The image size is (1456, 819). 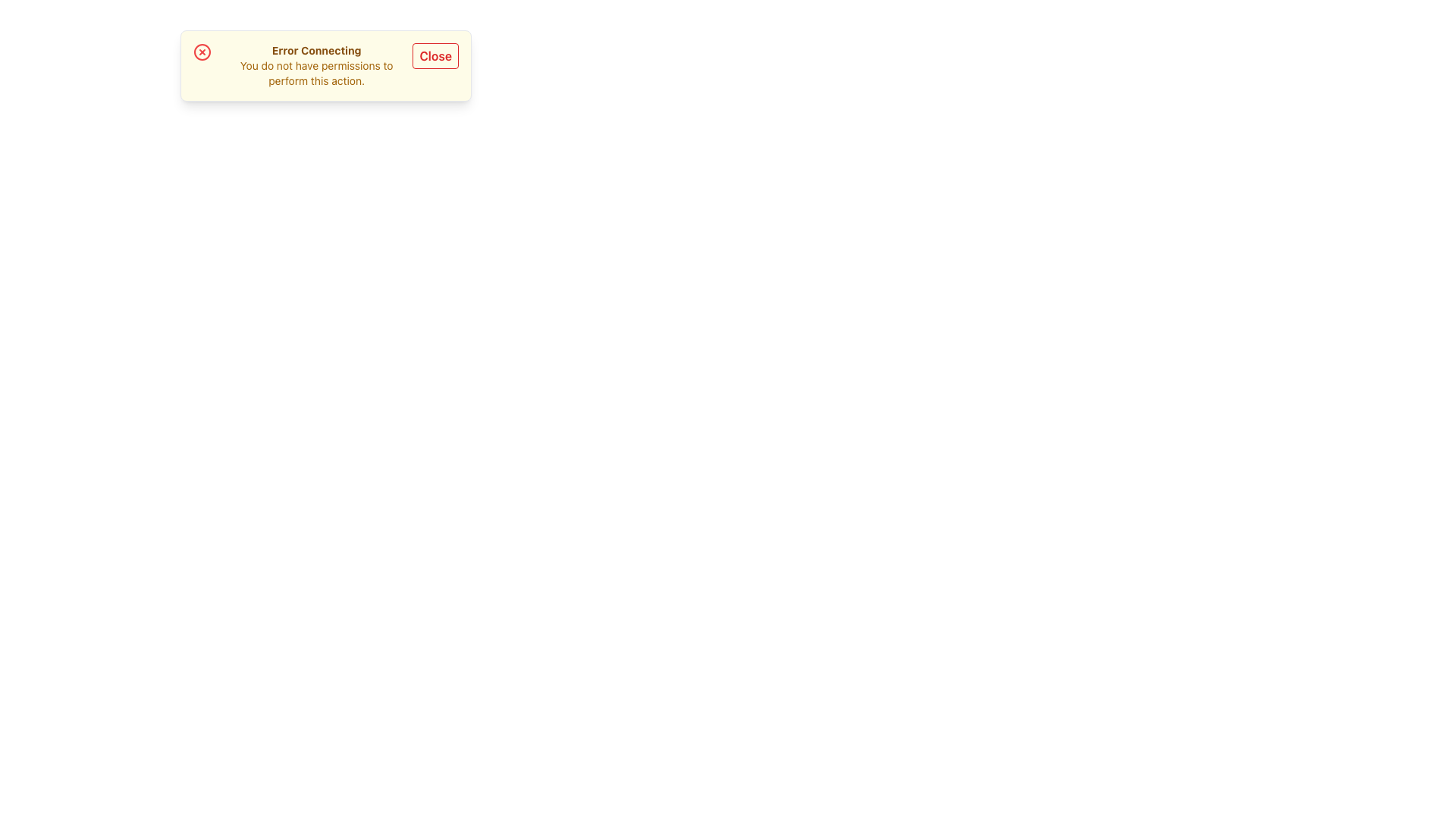 I want to click on the close button located at the top-right corner of the notification box, so click(x=435, y=55).